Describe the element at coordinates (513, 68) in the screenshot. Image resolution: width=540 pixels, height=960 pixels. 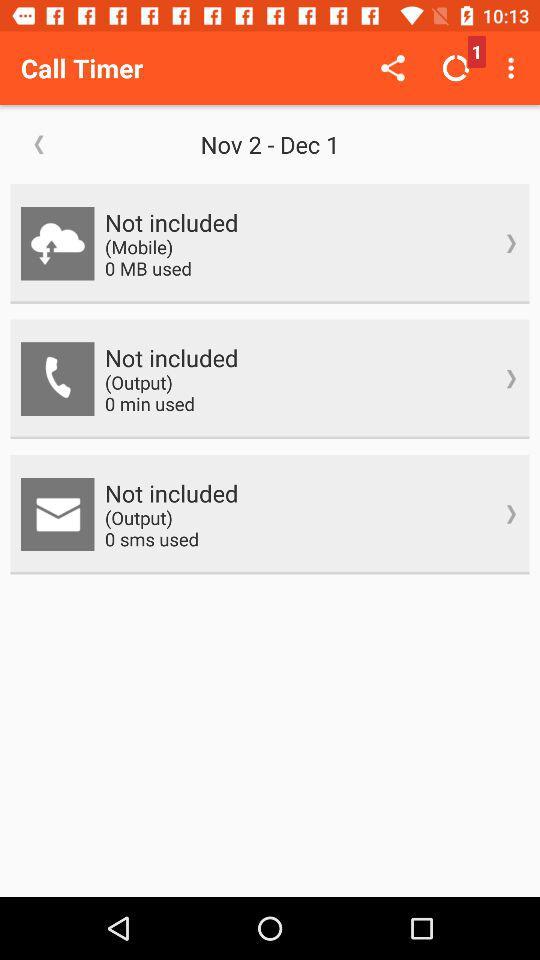
I see `the icon to the right of the 1 item` at that location.